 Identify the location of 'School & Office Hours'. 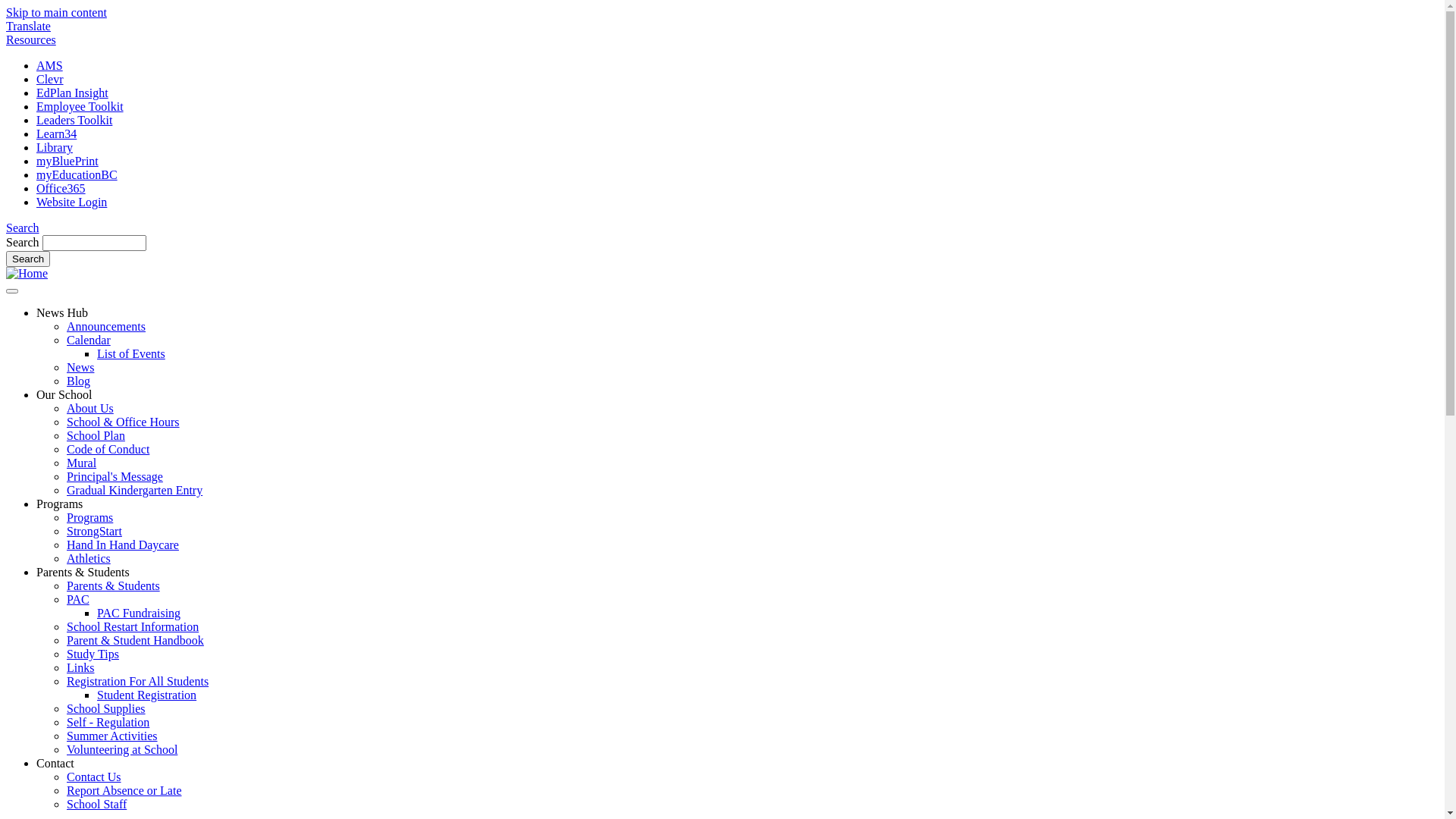
(123, 422).